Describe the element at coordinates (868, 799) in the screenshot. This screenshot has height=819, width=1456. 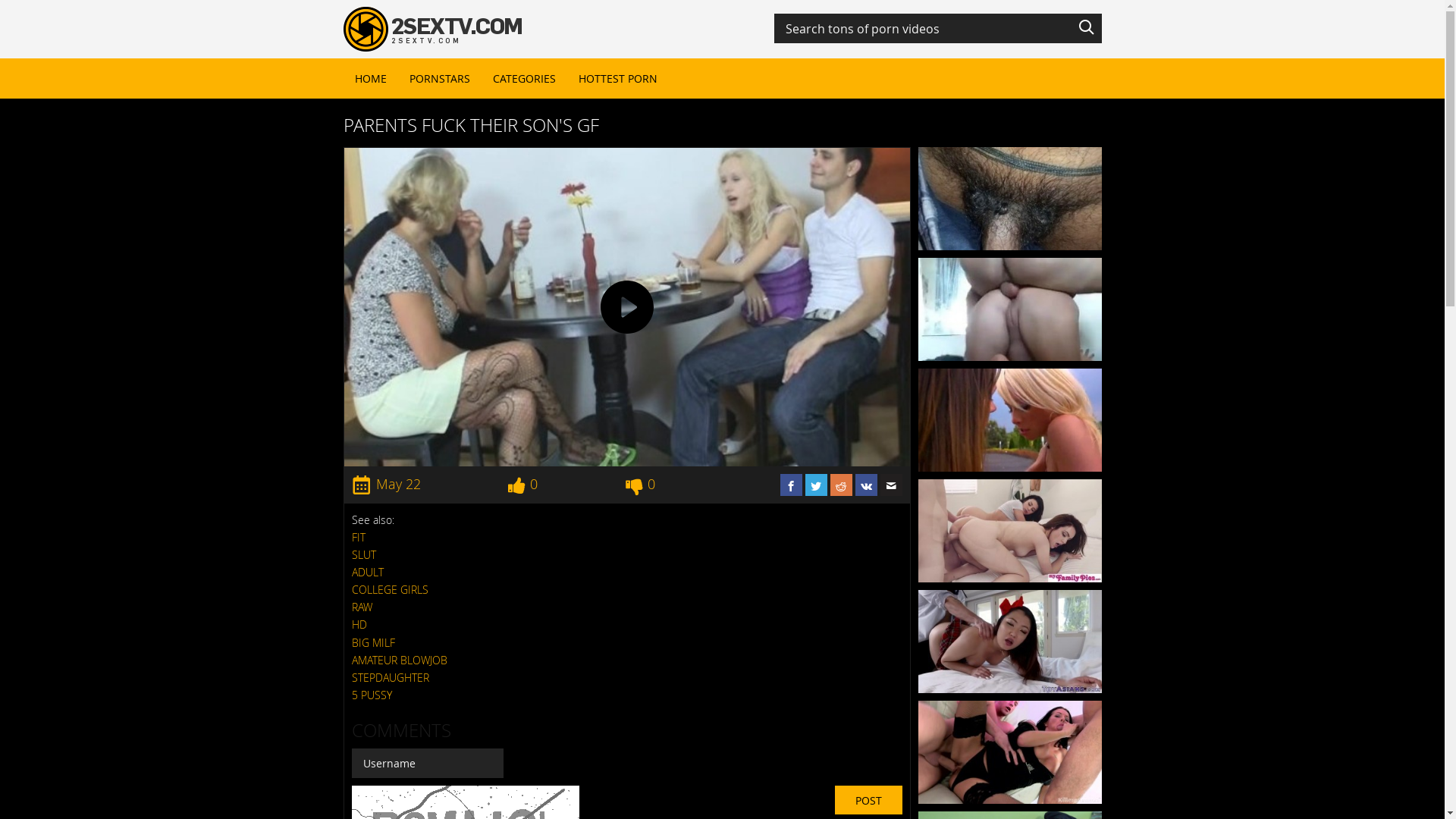
I see `'POST'` at that location.